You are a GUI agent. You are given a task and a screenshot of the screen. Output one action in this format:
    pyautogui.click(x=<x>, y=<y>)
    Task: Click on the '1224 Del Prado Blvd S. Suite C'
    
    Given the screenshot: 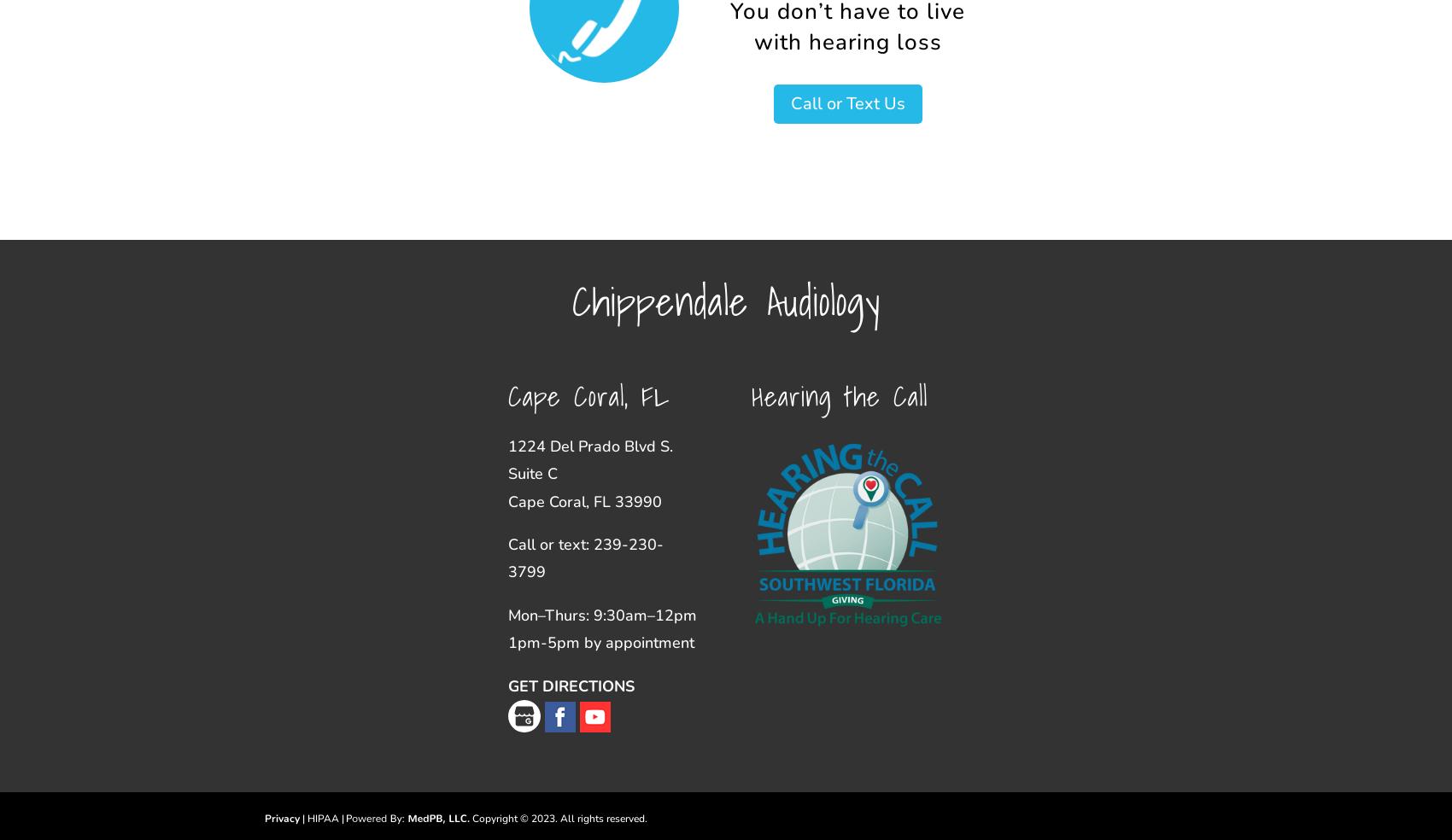 What is the action you would take?
    pyautogui.click(x=589, y=458)
    